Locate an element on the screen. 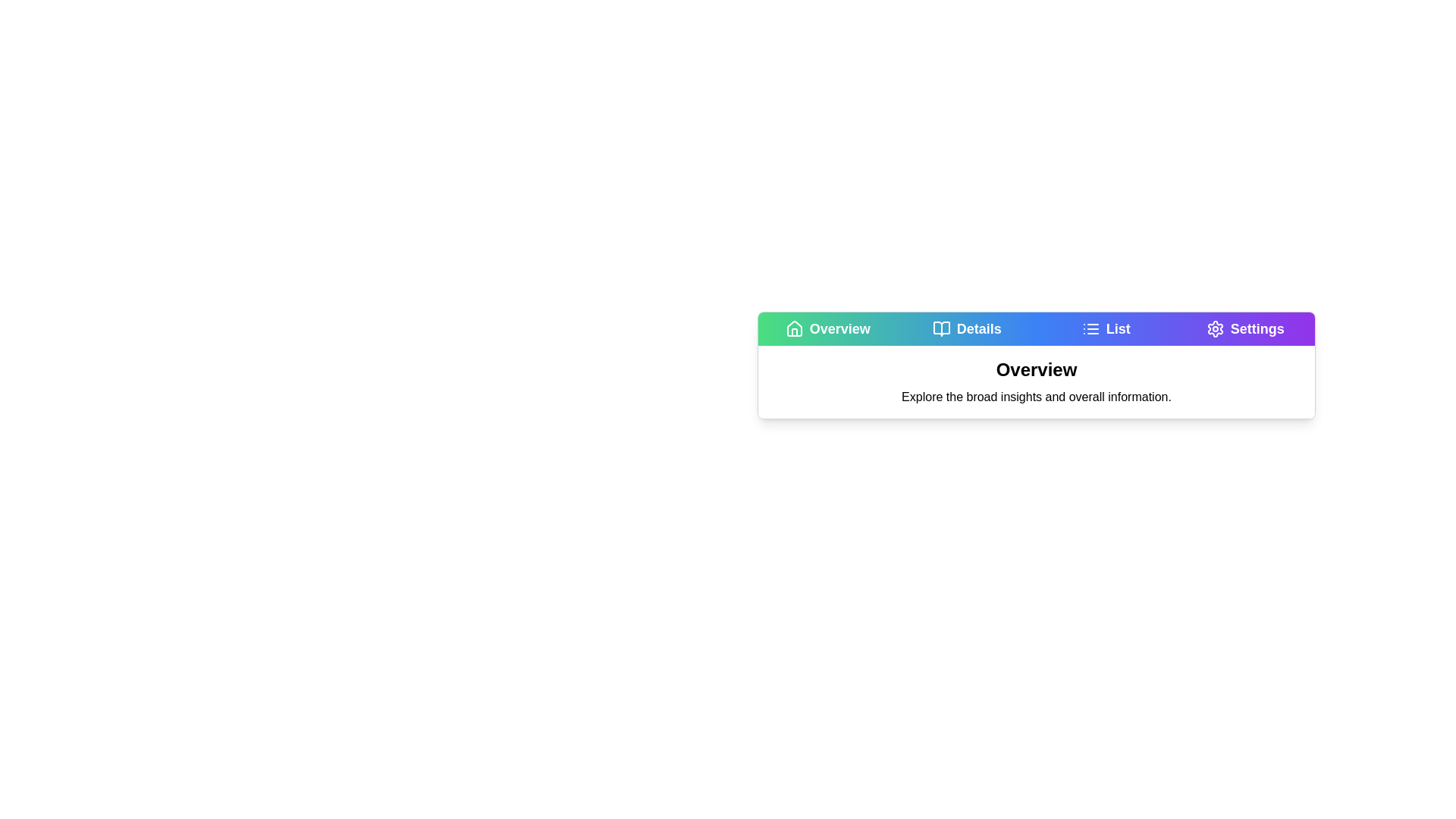 This screenshot has width=1456, height=819. the 'List' navigation button located in the third position of the navigation bar, which is between 'Details' and 'Settings' is located at coordinates (1106, 328).